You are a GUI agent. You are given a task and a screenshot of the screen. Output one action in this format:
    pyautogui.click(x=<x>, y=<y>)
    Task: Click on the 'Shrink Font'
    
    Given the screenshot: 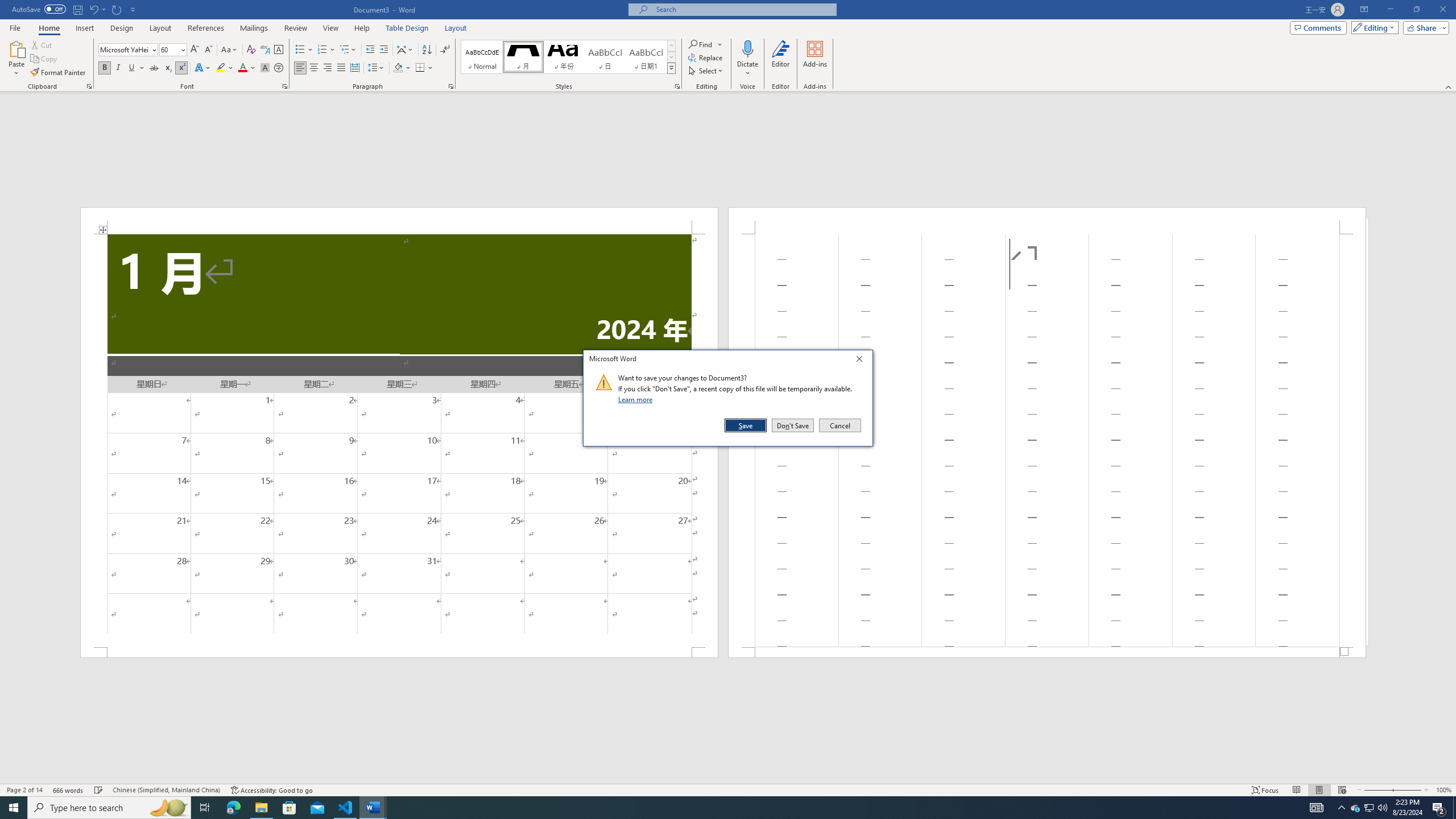 What is the action you would take?
    pyautogui.click(x=208, y=49)
    